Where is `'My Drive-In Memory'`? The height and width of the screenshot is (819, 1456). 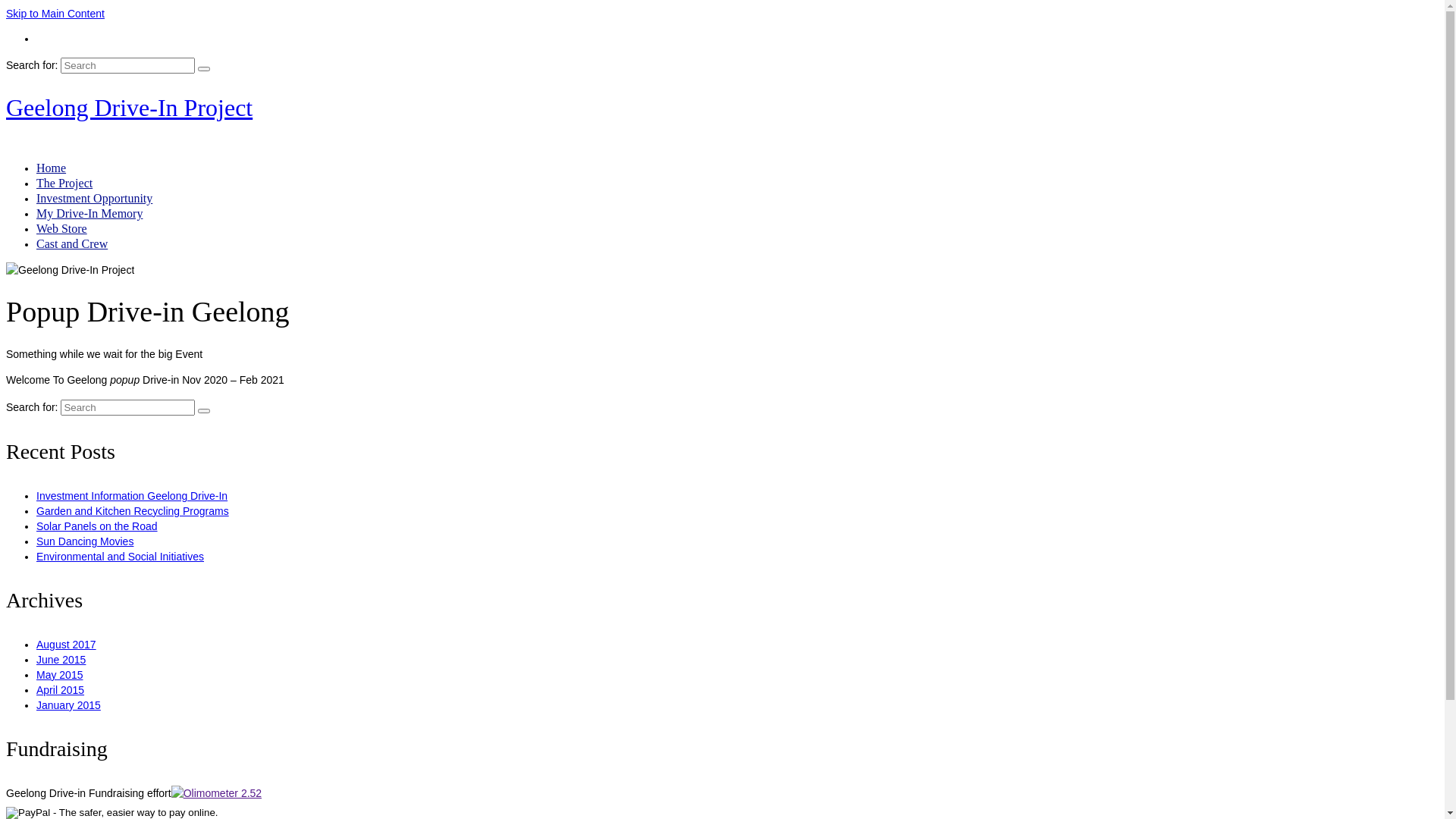
'My Drive-In Memory' is located at coordinates (36, 213).